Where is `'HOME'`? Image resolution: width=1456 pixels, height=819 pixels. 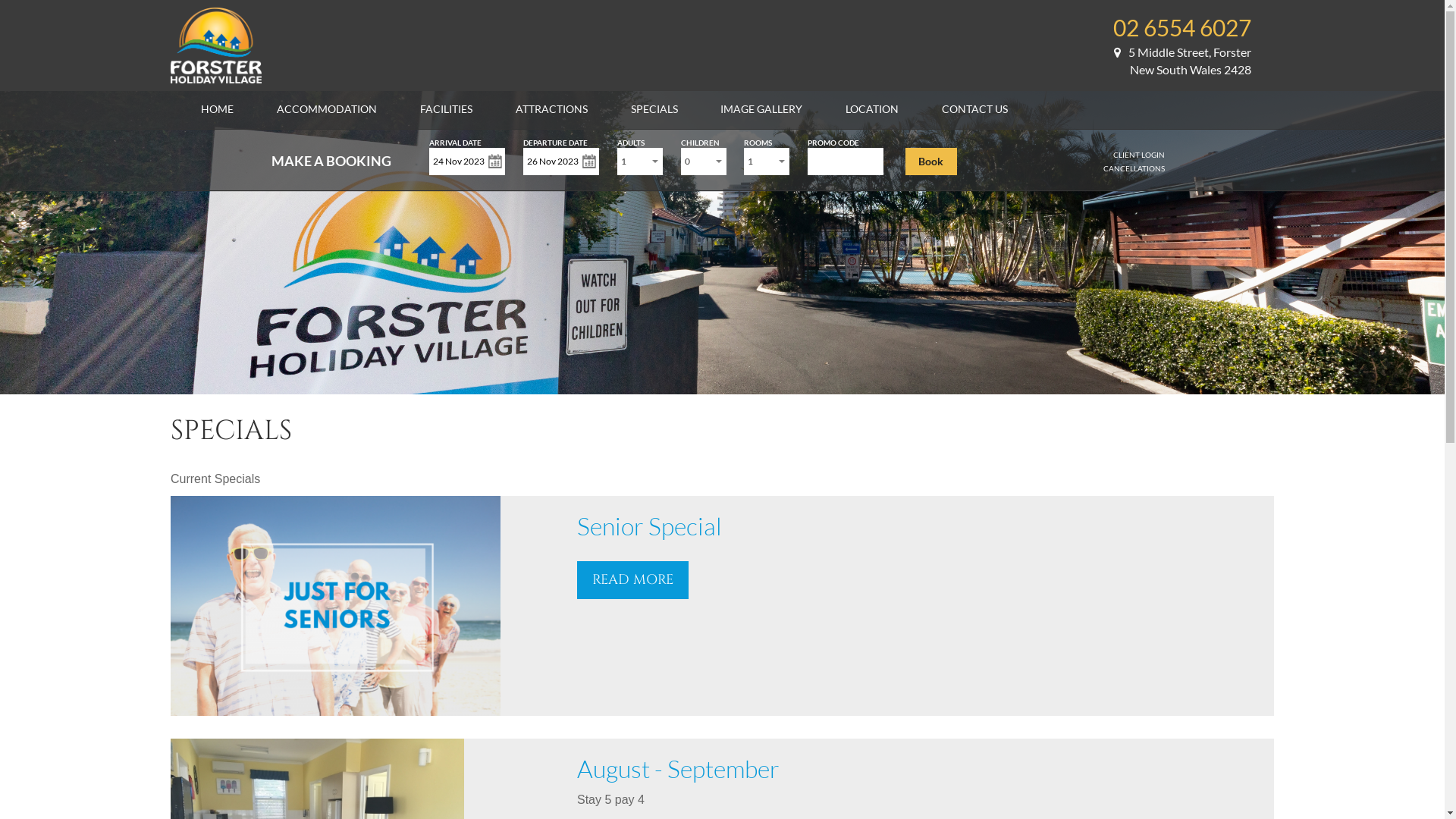 'HOME' is located at coordinates (216, 108).